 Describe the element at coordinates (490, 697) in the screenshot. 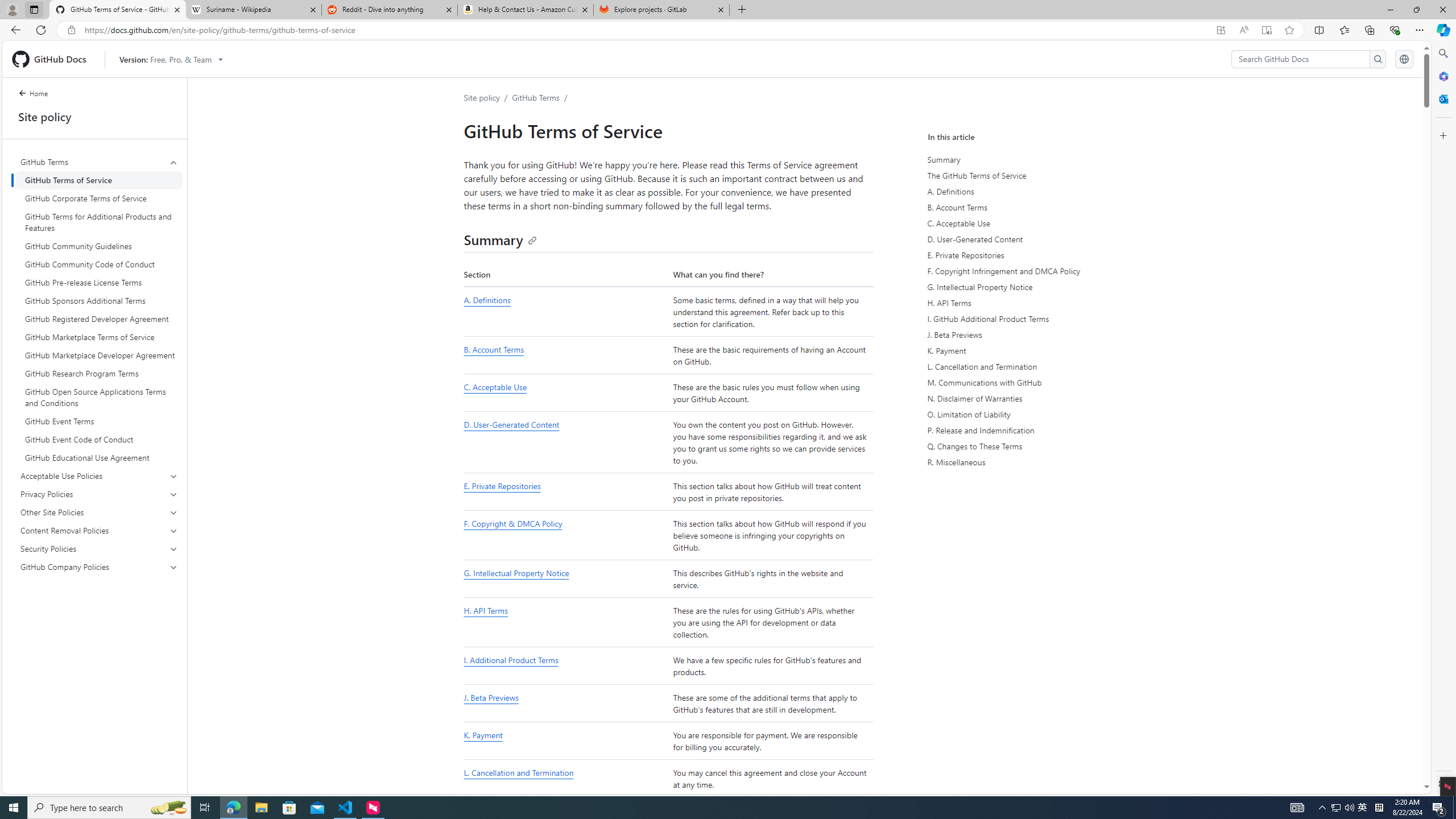

I see `'J. Beta Previews'` at that location.